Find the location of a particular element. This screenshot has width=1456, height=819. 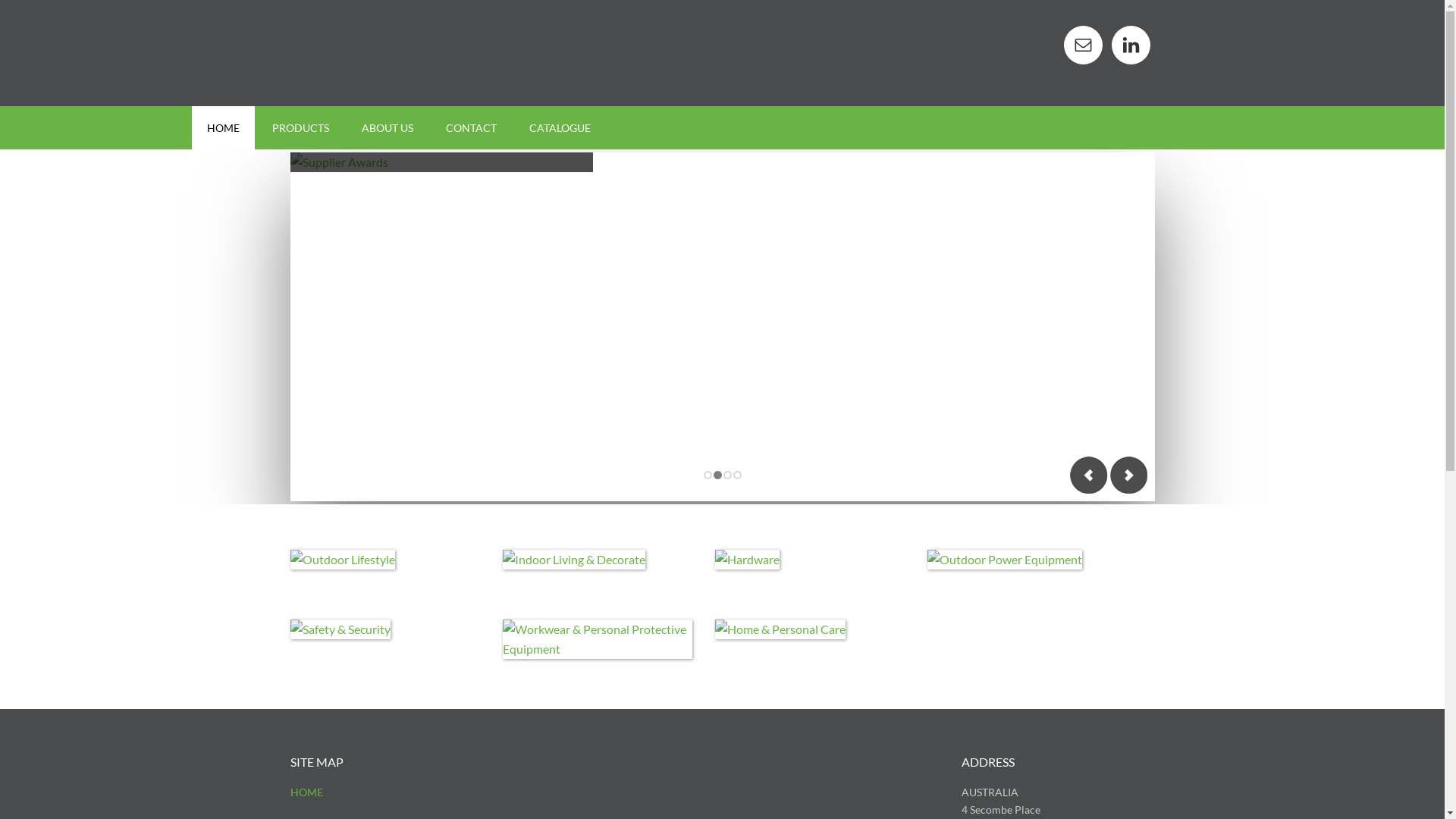

'ABOUT US' is located at coordinates (345, 127).